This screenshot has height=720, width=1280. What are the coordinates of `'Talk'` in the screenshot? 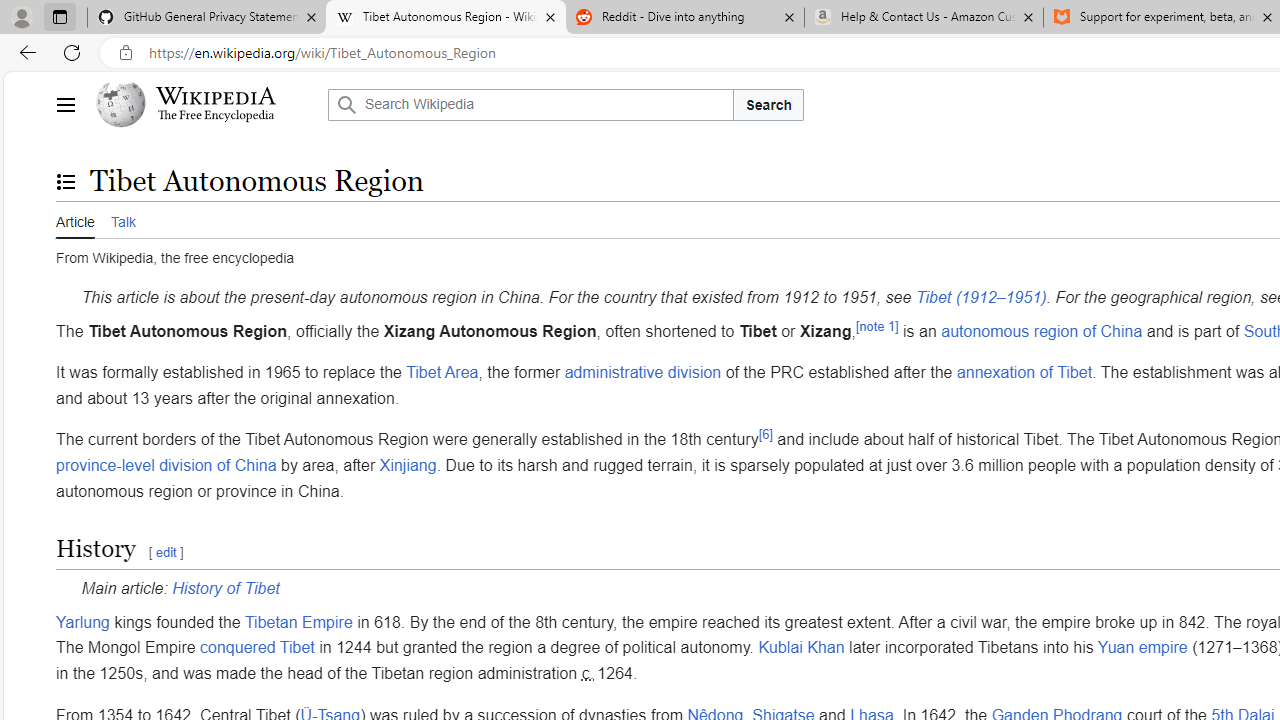 It's located at (121, 219).